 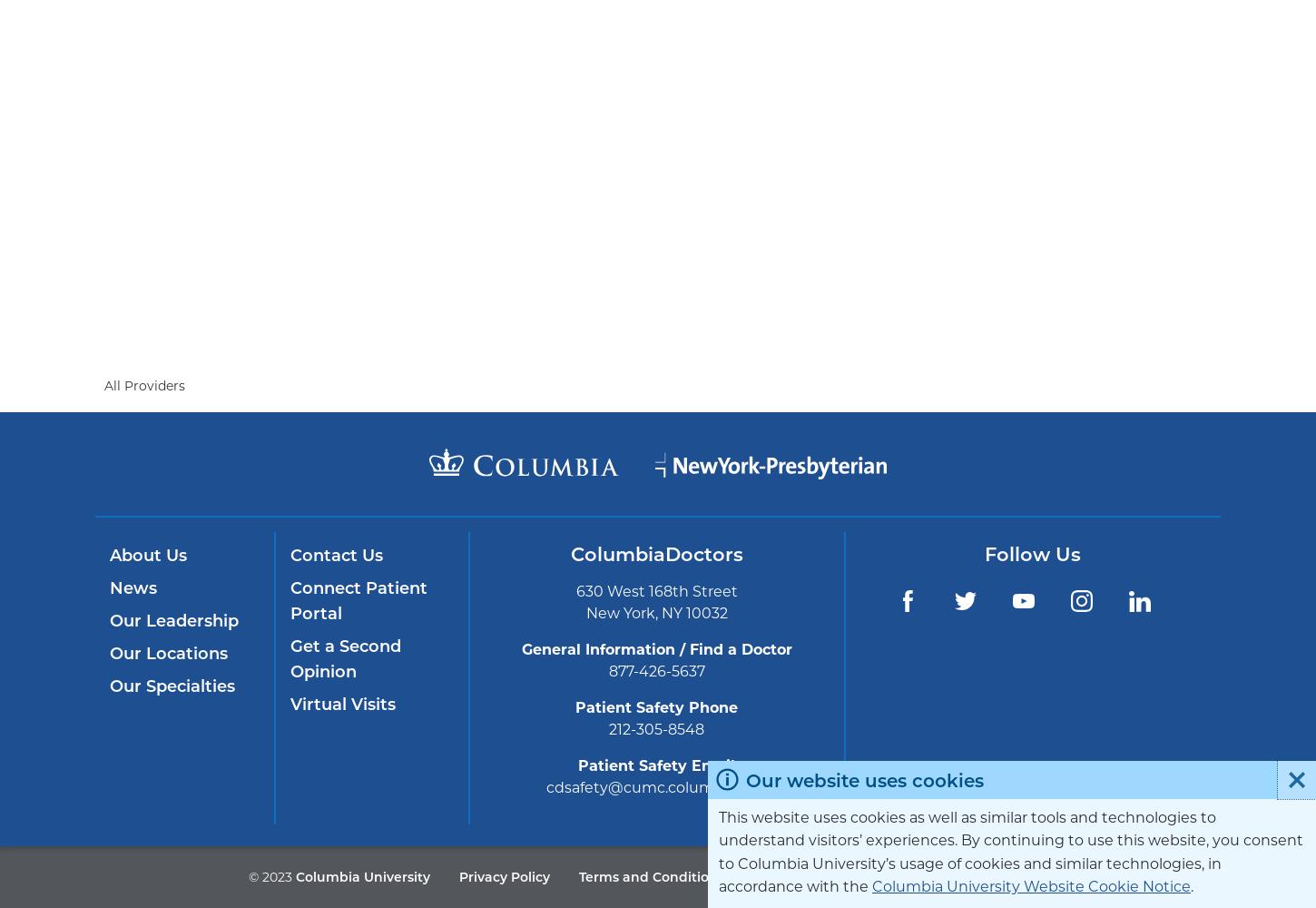 What do you see at coordinates (996, 875) in the screenshot?
I see `'212-305-2862'` at bounding box center [996, 875].